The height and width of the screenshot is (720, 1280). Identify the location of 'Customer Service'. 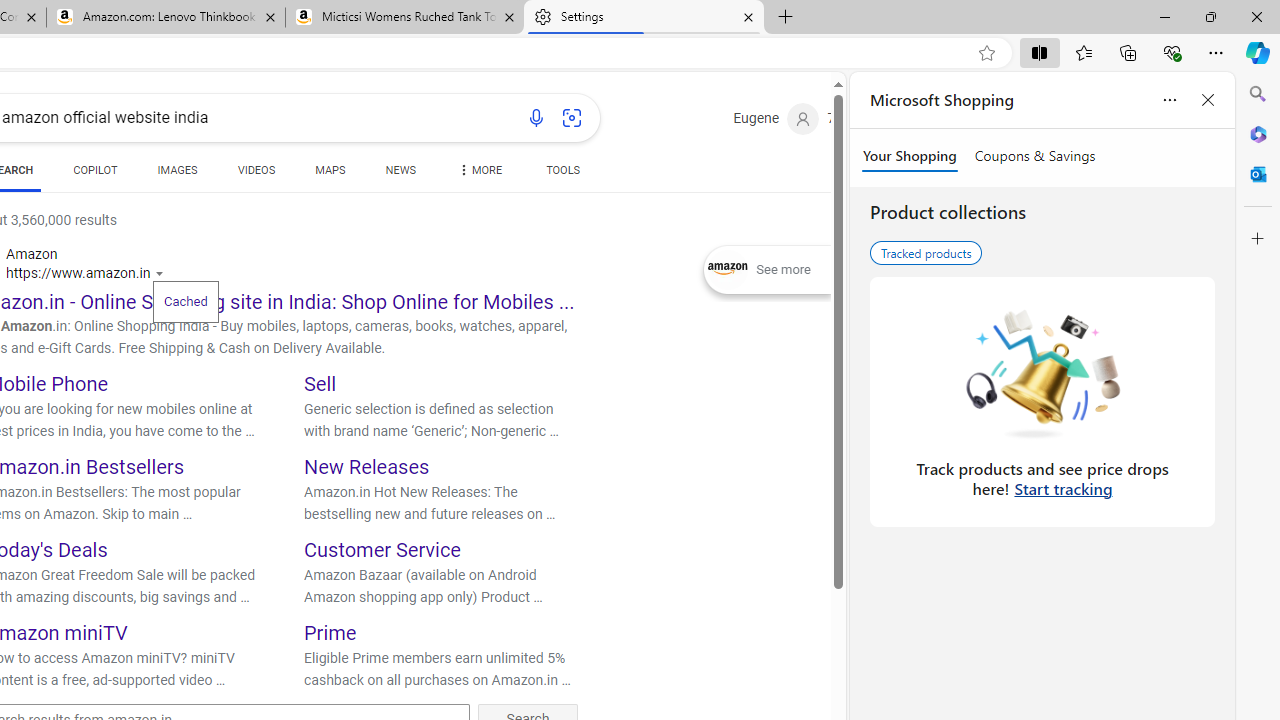
(382, 550).